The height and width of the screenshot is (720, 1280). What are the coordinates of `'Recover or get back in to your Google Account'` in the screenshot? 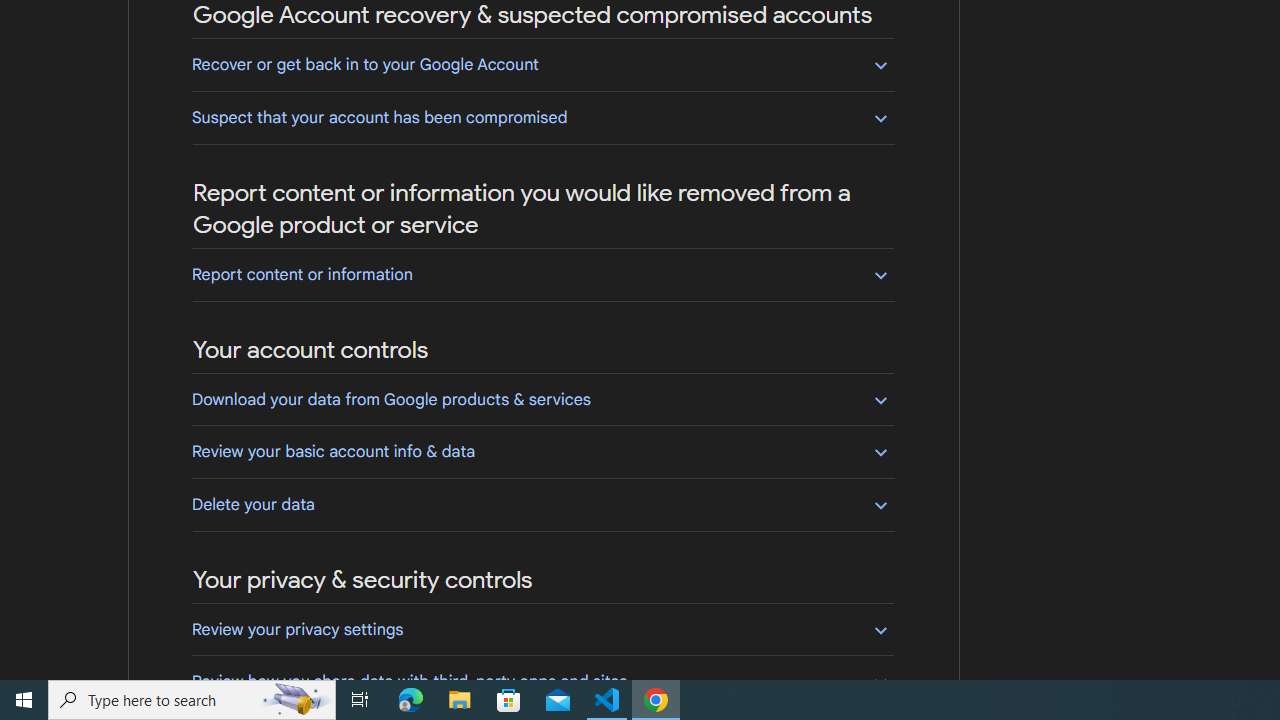 It's located at (542, 63).